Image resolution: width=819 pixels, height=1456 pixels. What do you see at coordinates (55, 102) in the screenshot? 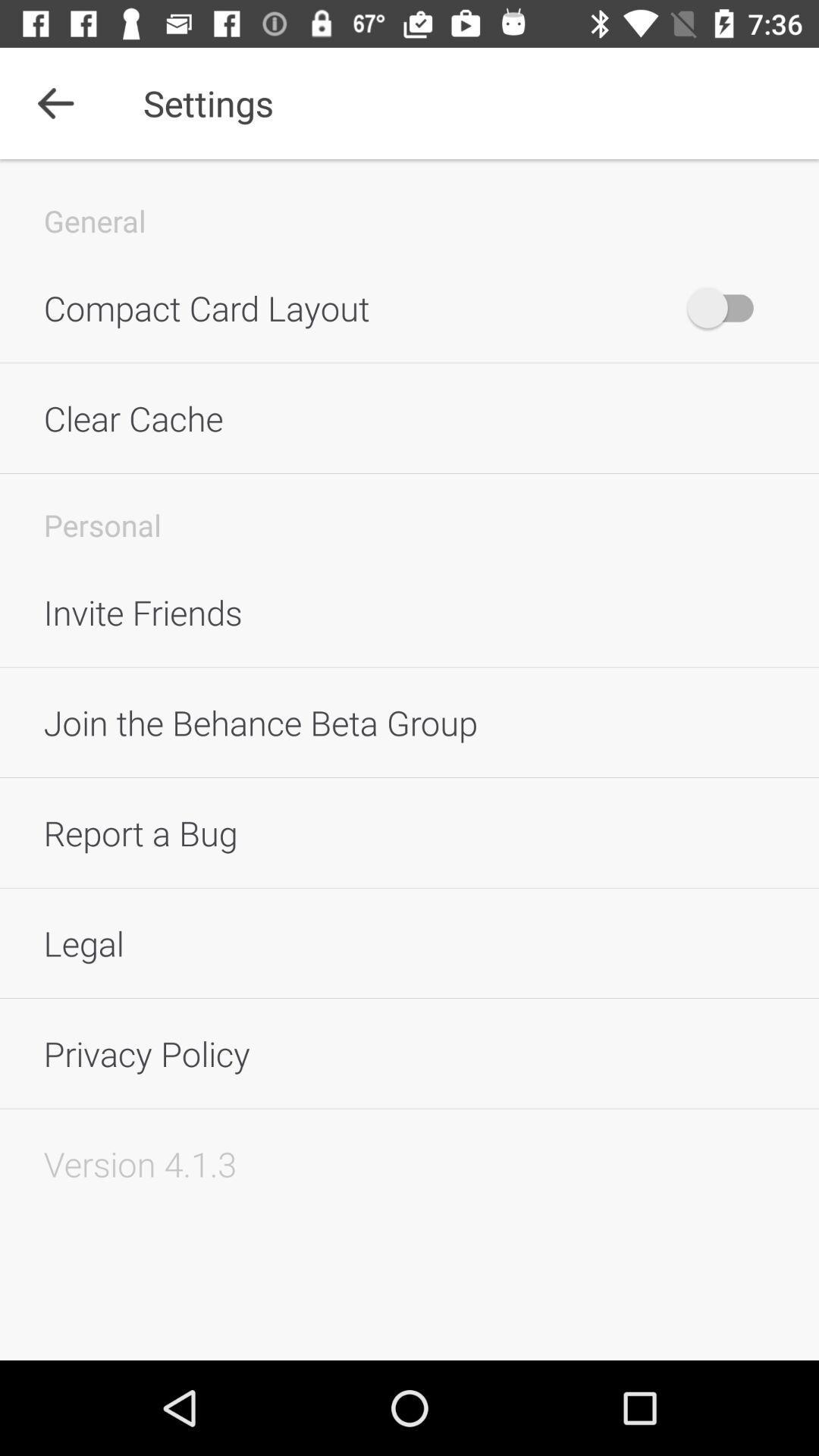
I see `the item next to the settings icon` at bounding box center [55, 102].